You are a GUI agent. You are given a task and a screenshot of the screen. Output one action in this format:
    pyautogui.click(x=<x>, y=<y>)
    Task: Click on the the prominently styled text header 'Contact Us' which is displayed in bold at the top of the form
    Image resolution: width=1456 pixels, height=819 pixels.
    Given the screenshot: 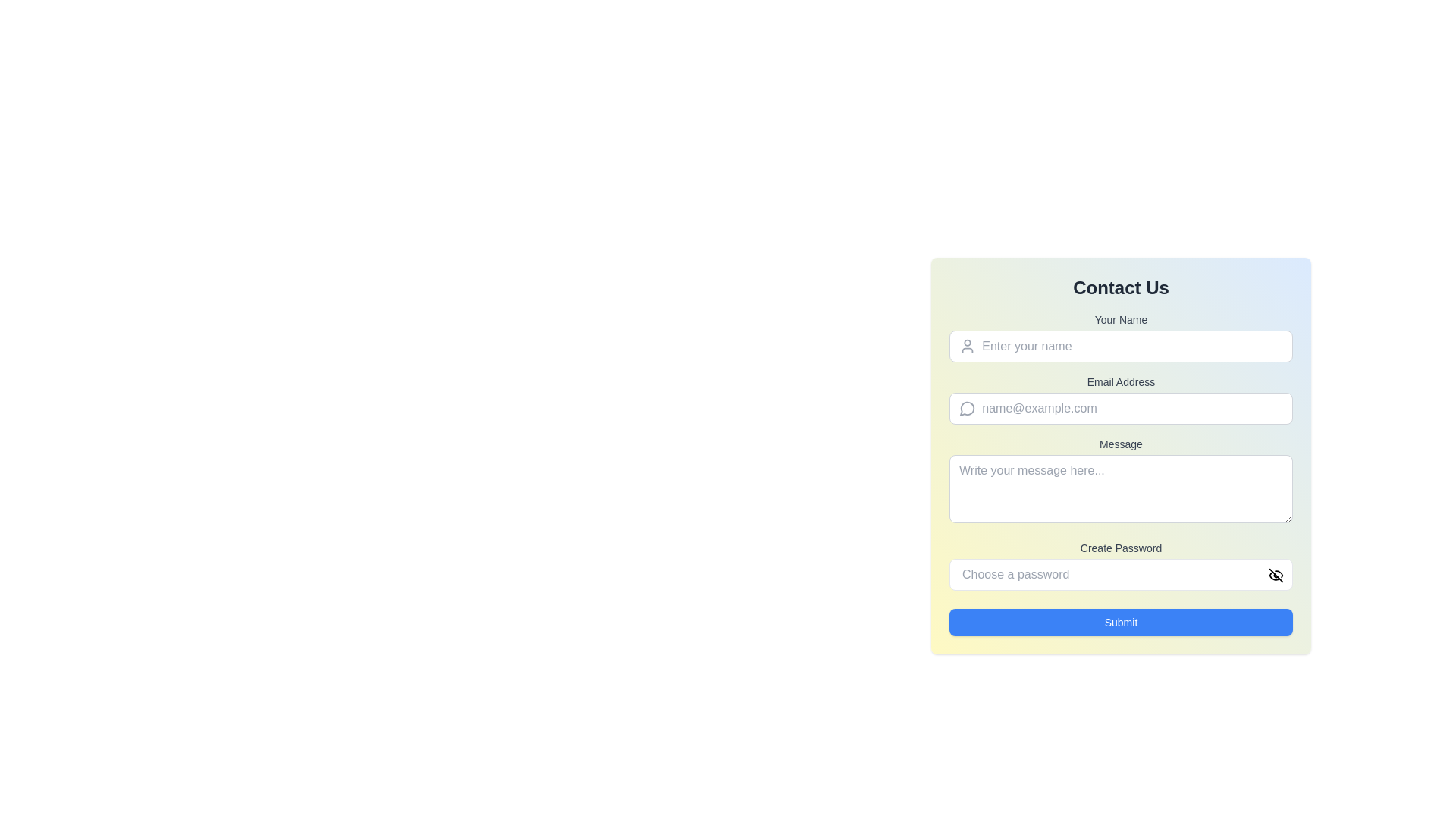 What is the action you would take?
    pyautogui.click(x=1121, y=288)
    